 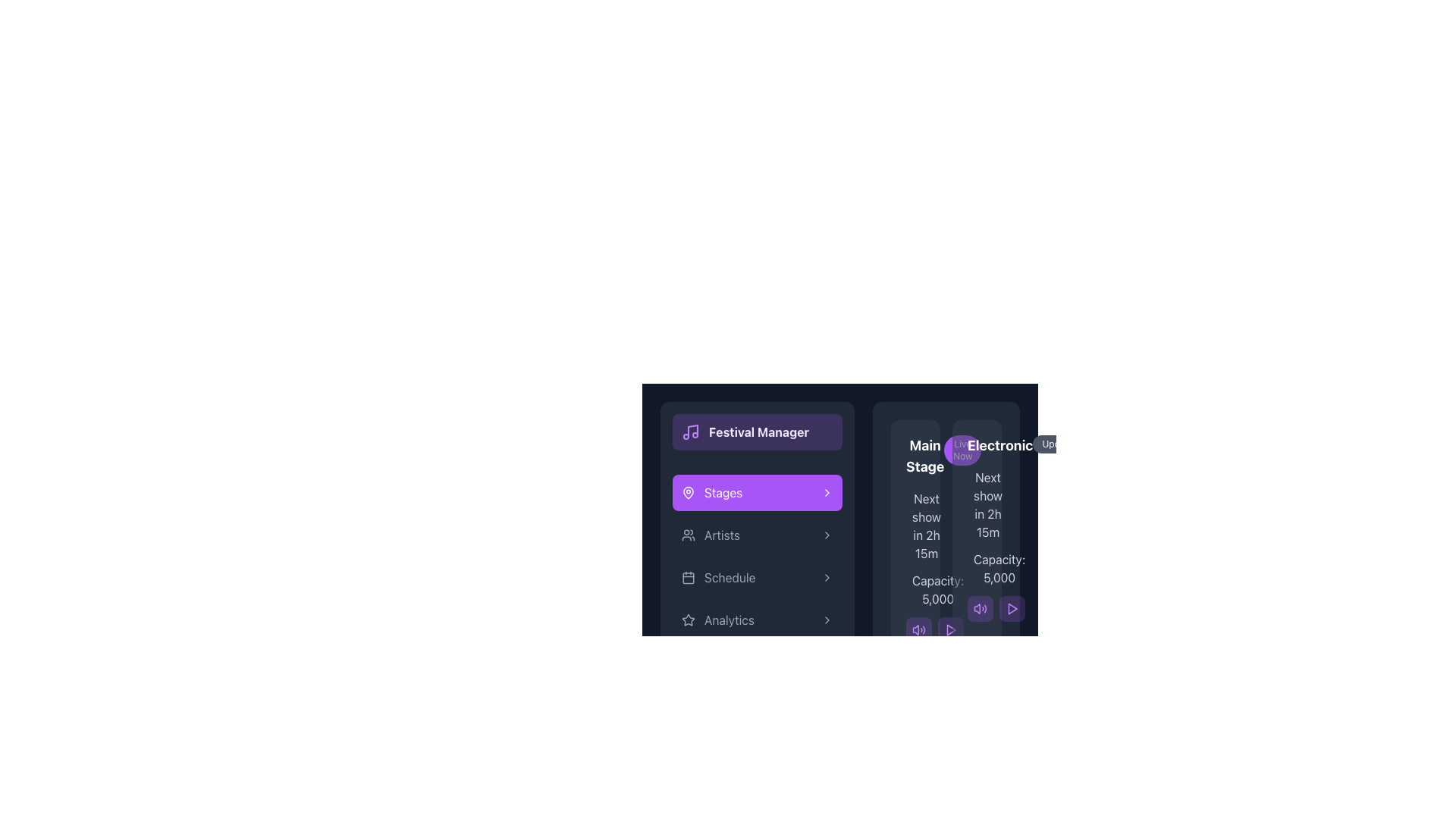 I want to click on the music note icon displayed in a purple shade, located on the left panel at the top left corner of the 'Festival Manager' background, so click(x=690, y=432).